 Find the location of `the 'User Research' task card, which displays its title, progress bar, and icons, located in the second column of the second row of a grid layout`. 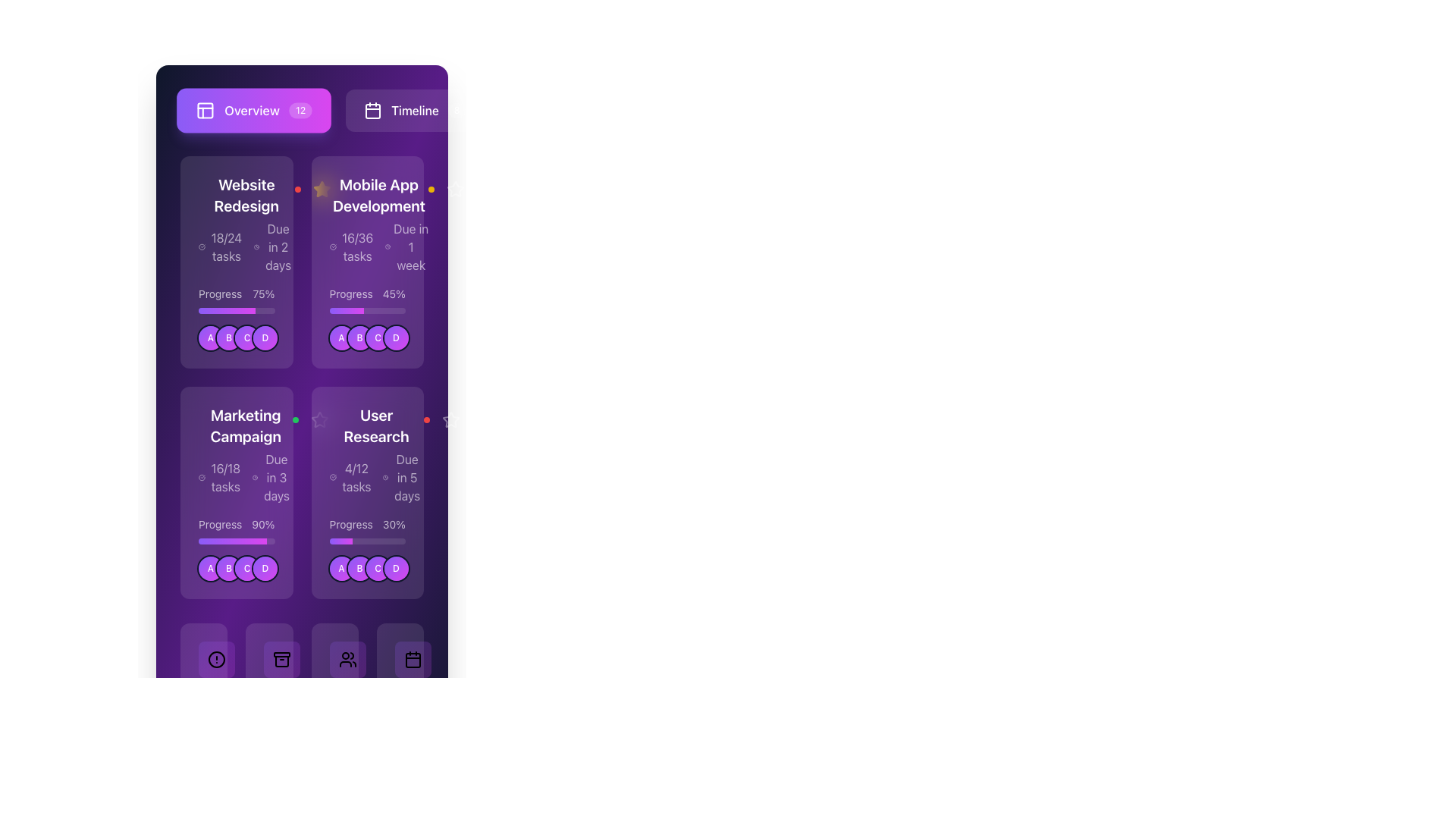

the 'User Research' task card, which displays its title, progress bar, and icons, located in the second column of the second row of a grid layout is located at coordinates (367, 493).